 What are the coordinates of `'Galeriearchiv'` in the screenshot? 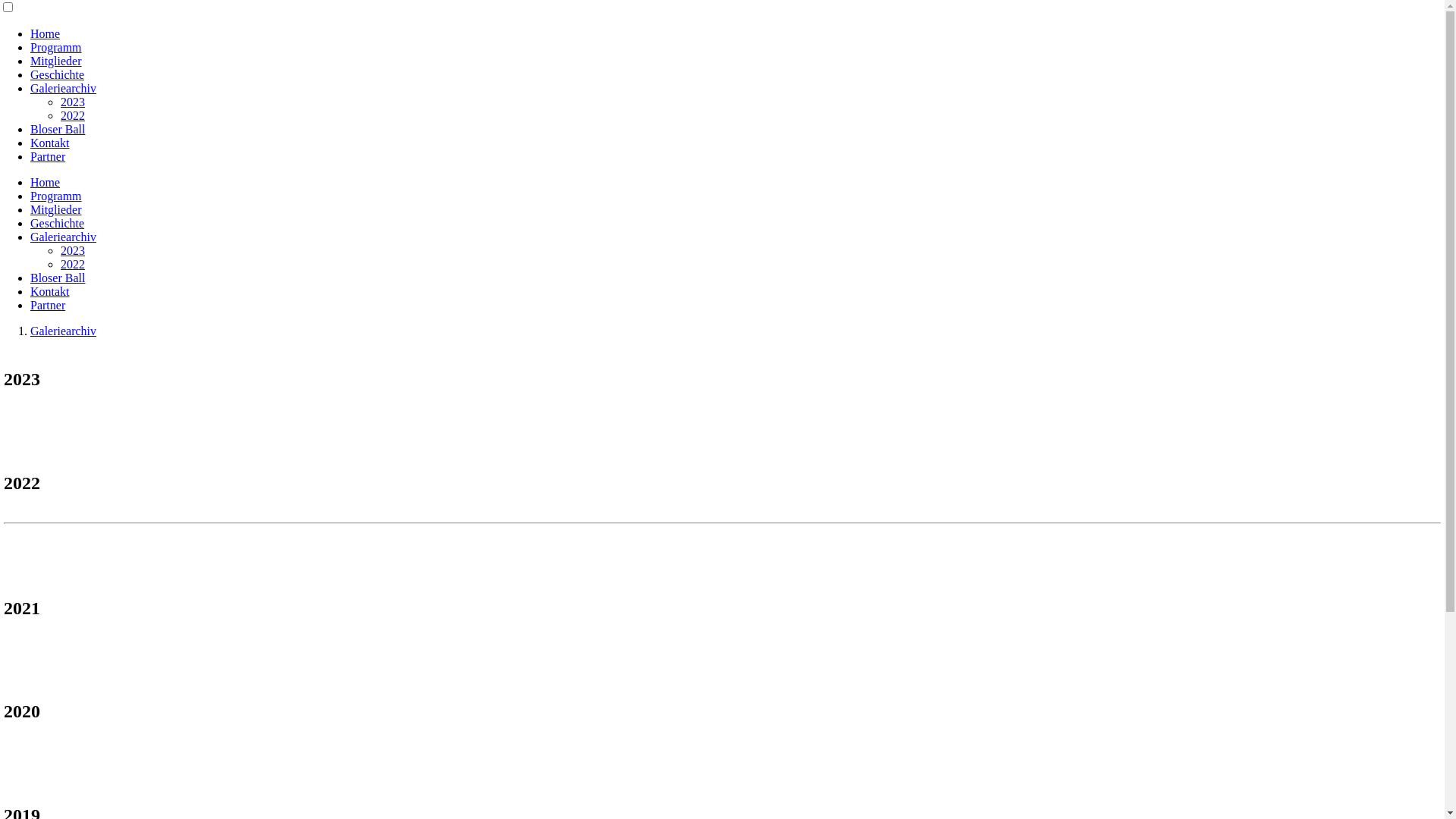 It's located at (62, 330).